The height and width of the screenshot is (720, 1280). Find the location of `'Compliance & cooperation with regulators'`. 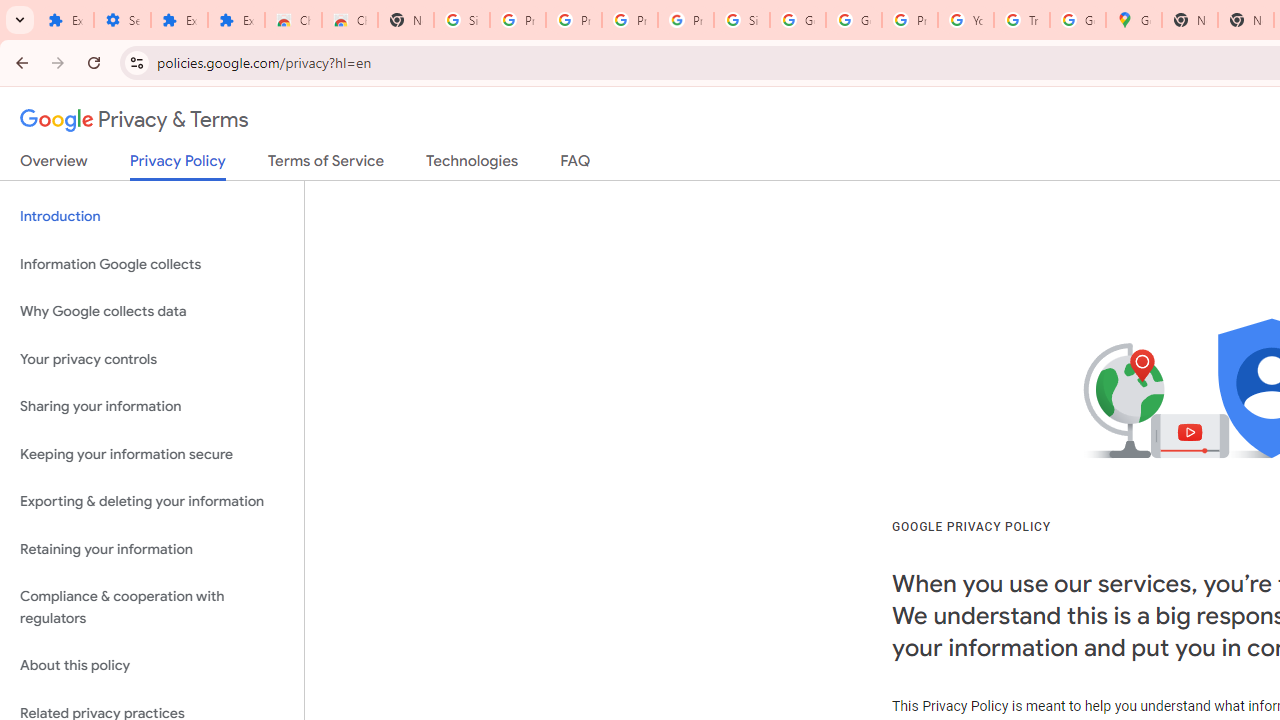

'Compliance & cooperation with regulators' is located at coordinates (151, 607).